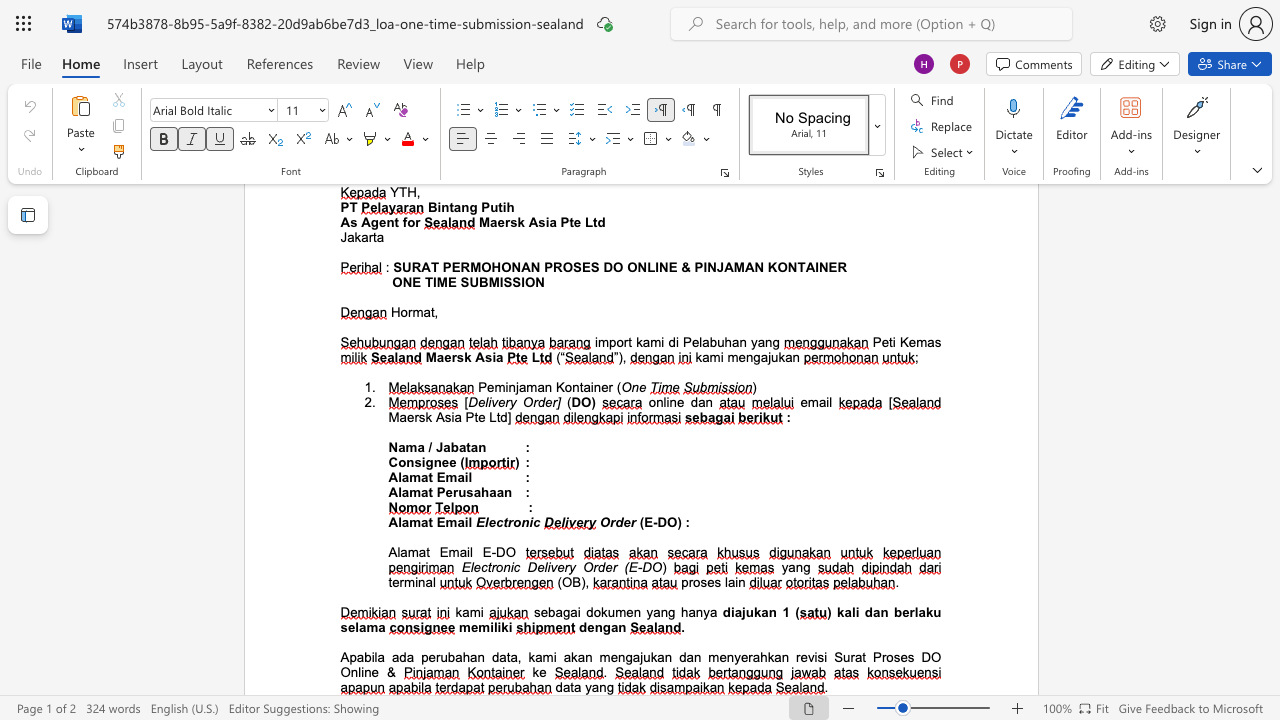 The image size is (1280, 720). What do you see at coordinates (561, 686) in the screenshot?
I see `the subset text "ata yan" within the text "data yang"` at bounding box center [561, 686].